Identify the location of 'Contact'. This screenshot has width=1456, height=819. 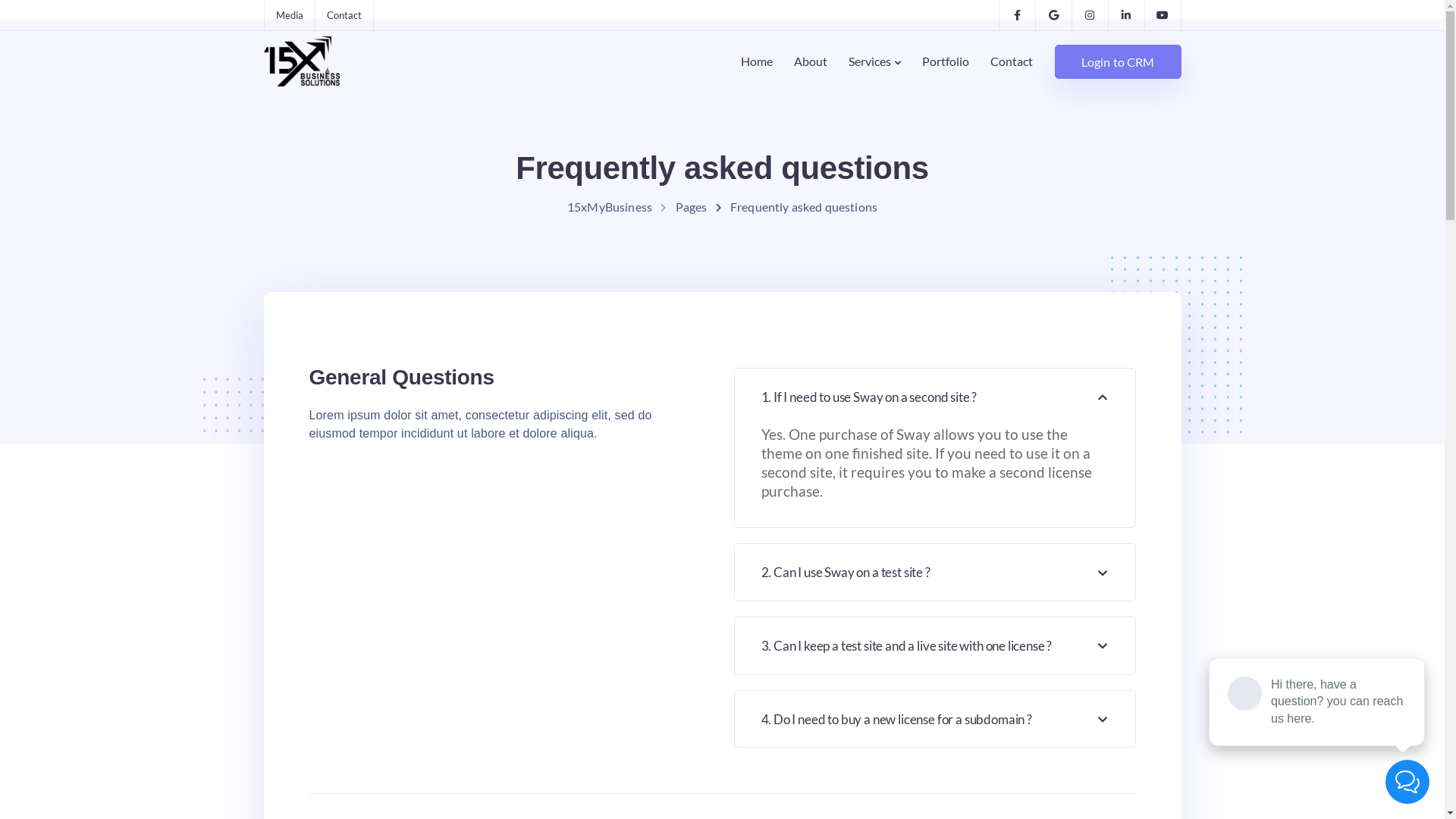
(285, 347).